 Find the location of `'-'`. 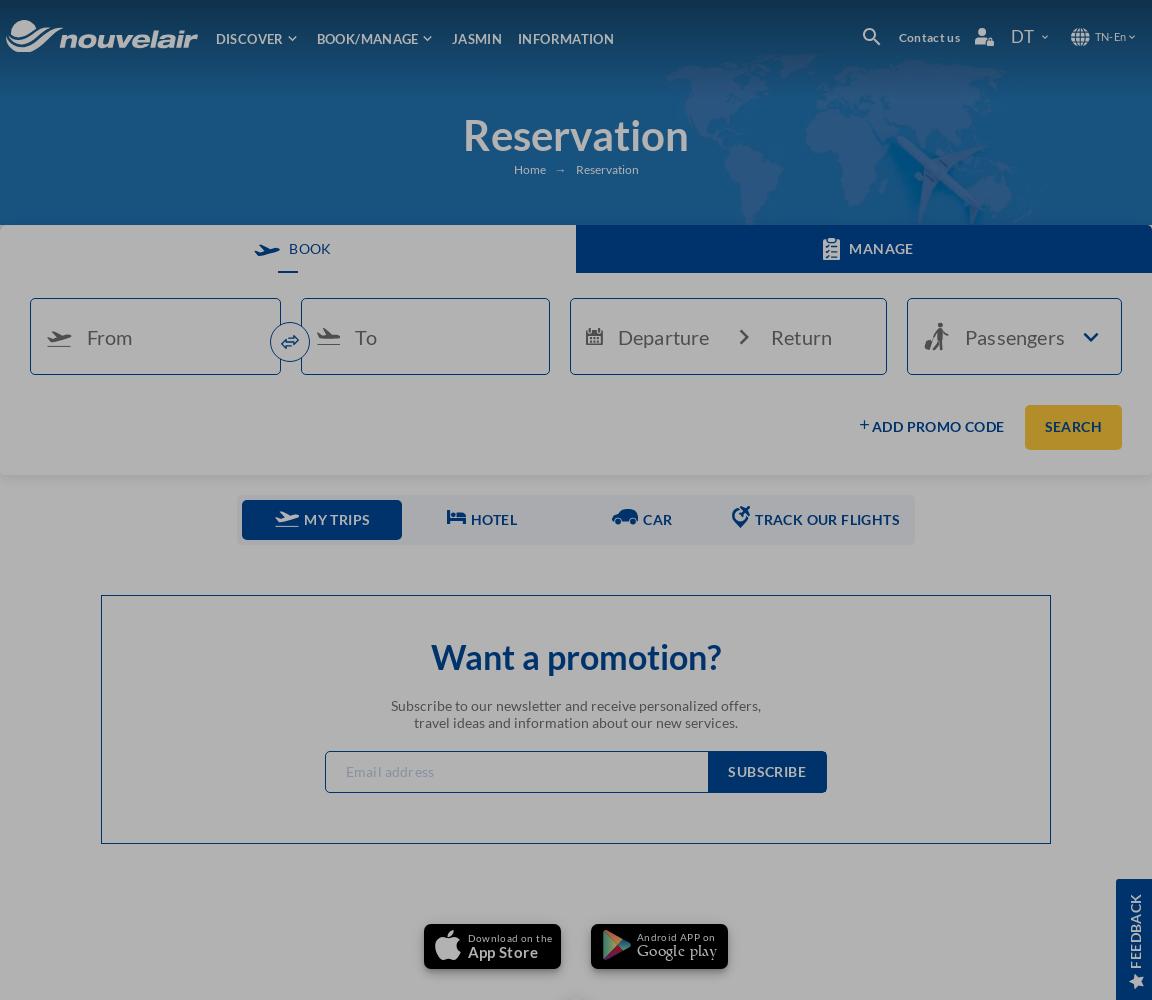

'-' is located at coordinates (1109, 36).